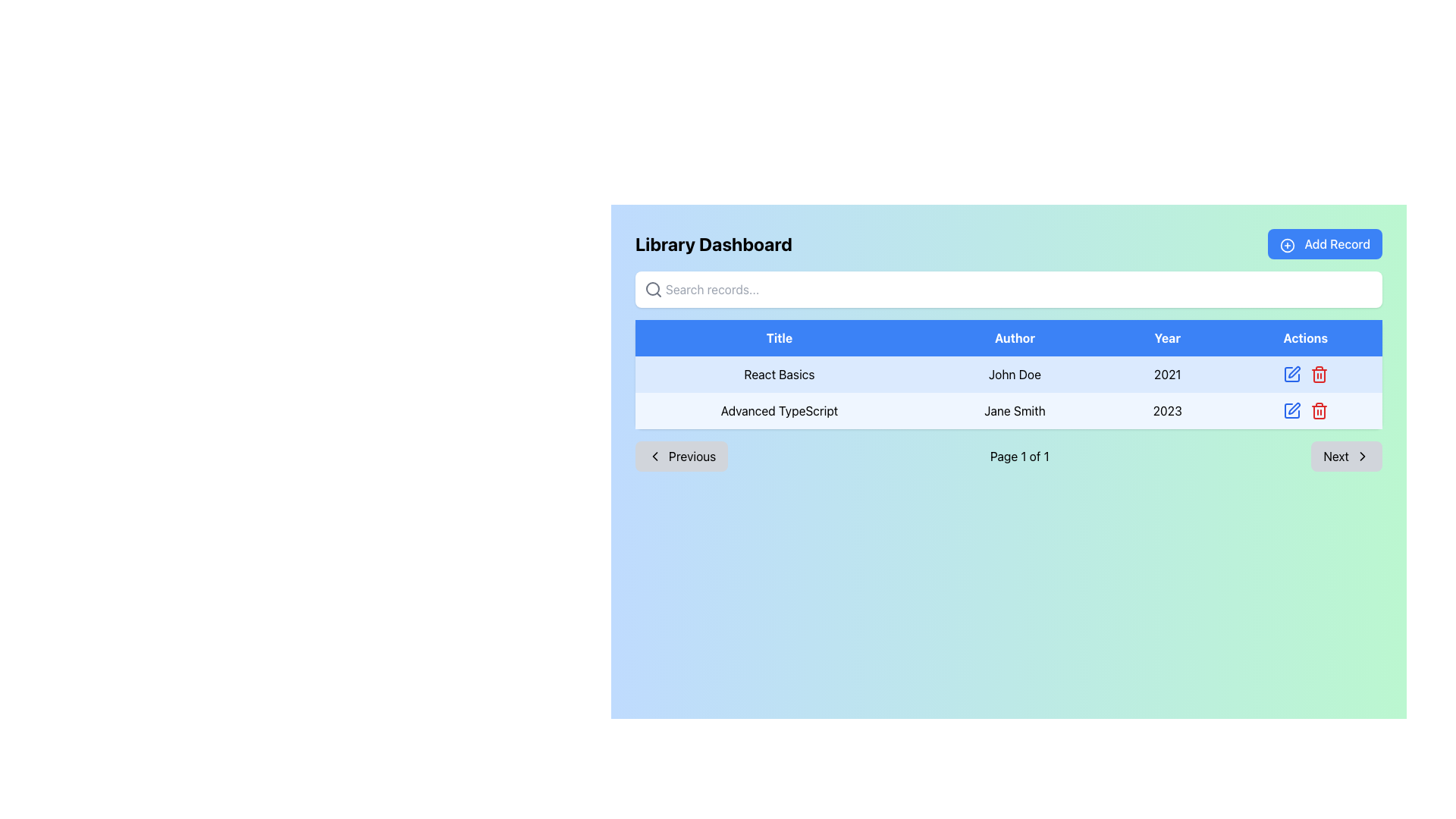 The width and height of the screenshot is (1456, 819). What do you see at coordinates (1166, 337) in the screenshot?
I see `the 'Year' column header text label, which is the third item in the header row of the table, located between 'Author' and 'Actions'` at bounding box center [1166, 337].